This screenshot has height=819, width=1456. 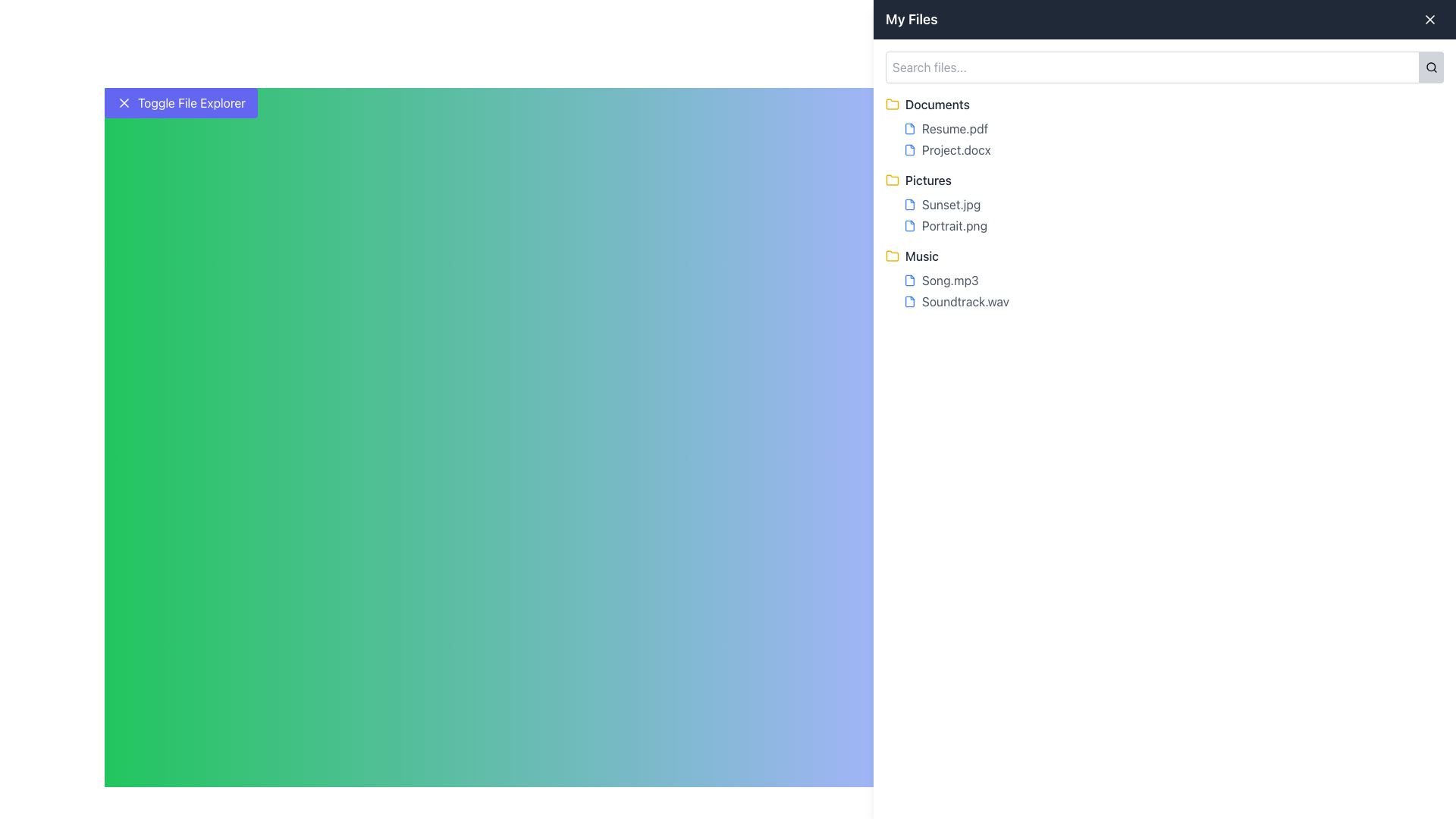 I want to click on the close icon button represented by an 'X' mark in the top-right corner of the 'My Files' panel, so click(x=1429, y=20).